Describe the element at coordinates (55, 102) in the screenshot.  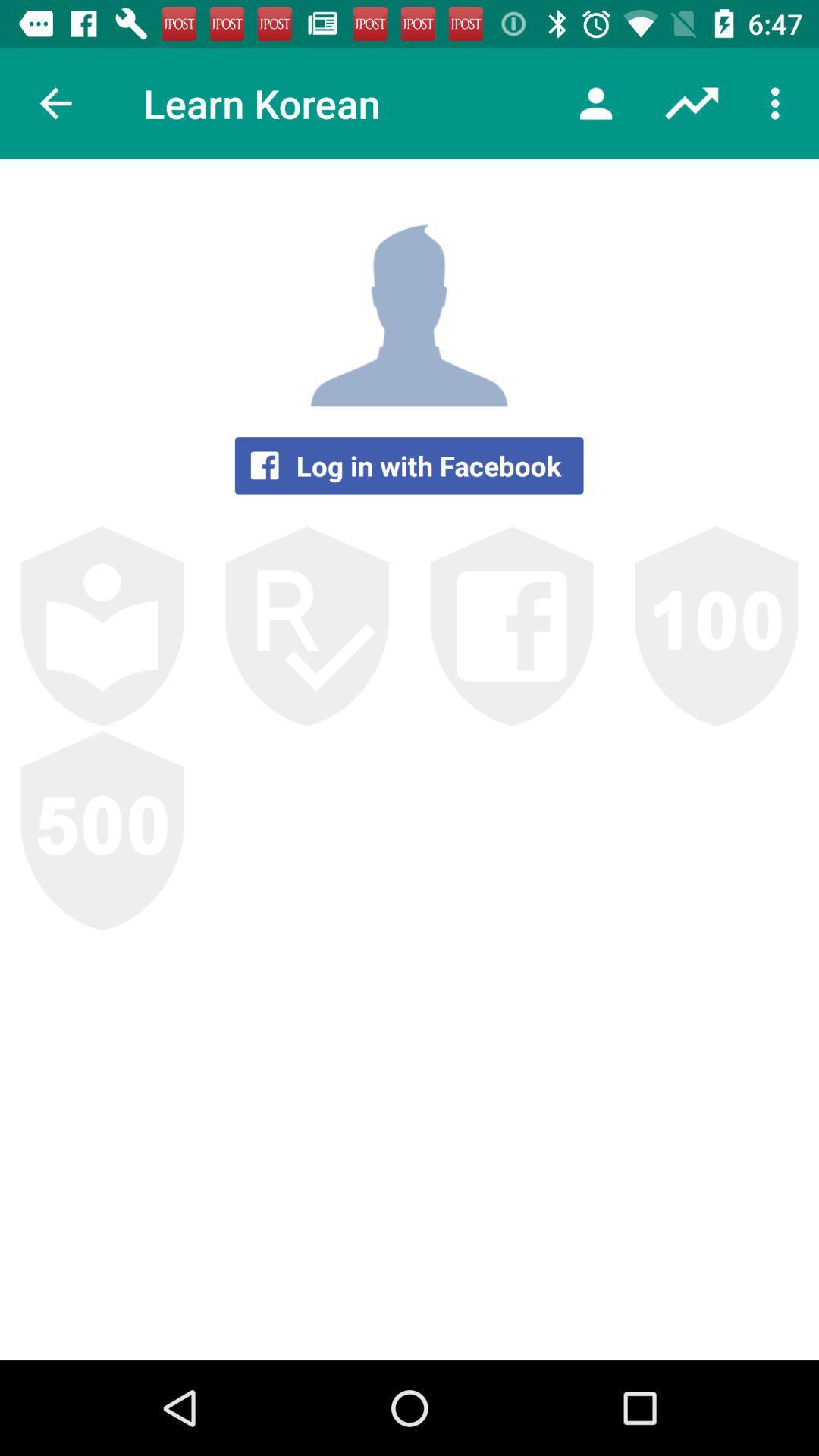
I see `icon next to the learn korean item` at that location.